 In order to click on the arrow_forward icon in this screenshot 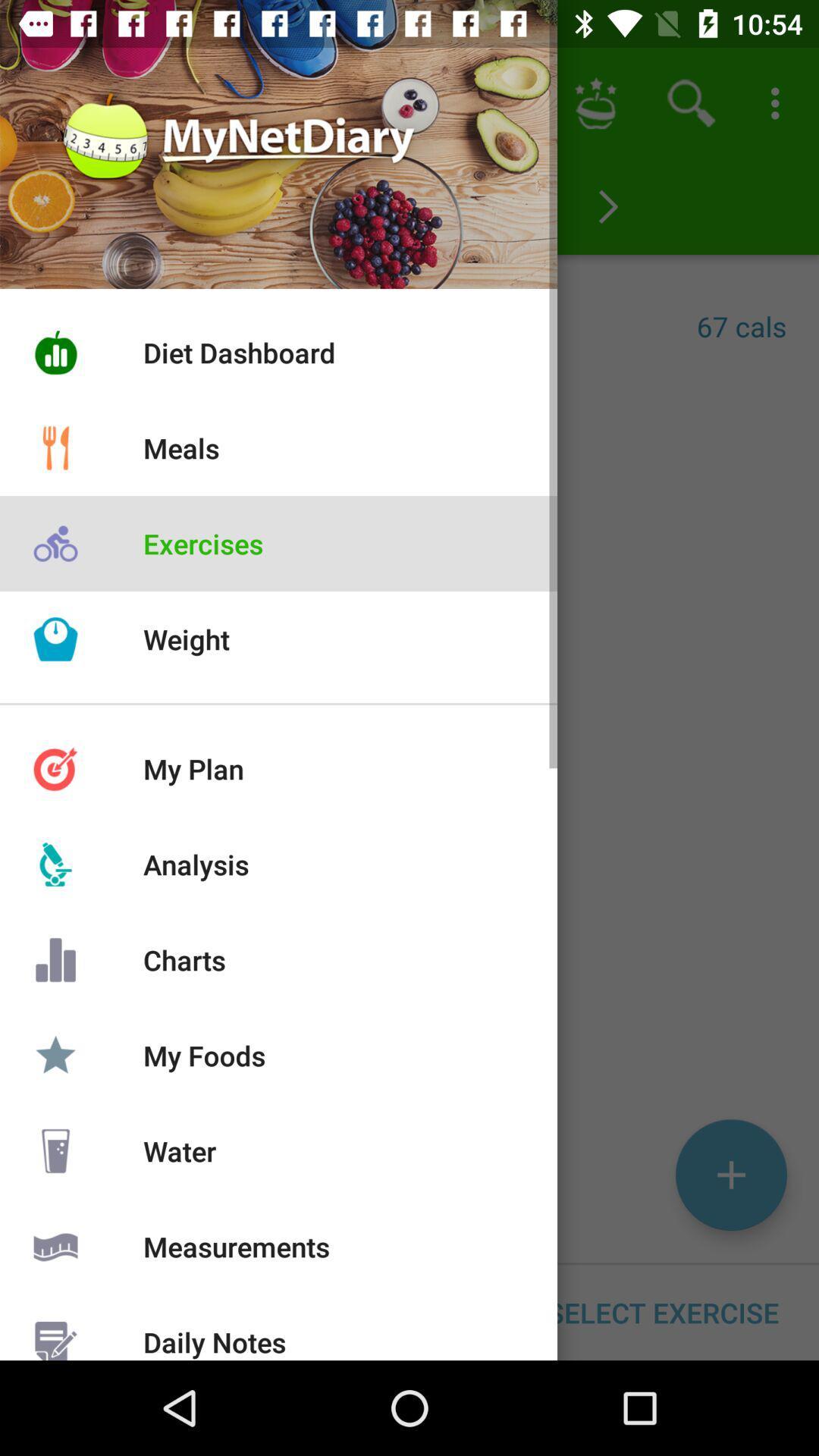, I will do `click(607, 206)`.